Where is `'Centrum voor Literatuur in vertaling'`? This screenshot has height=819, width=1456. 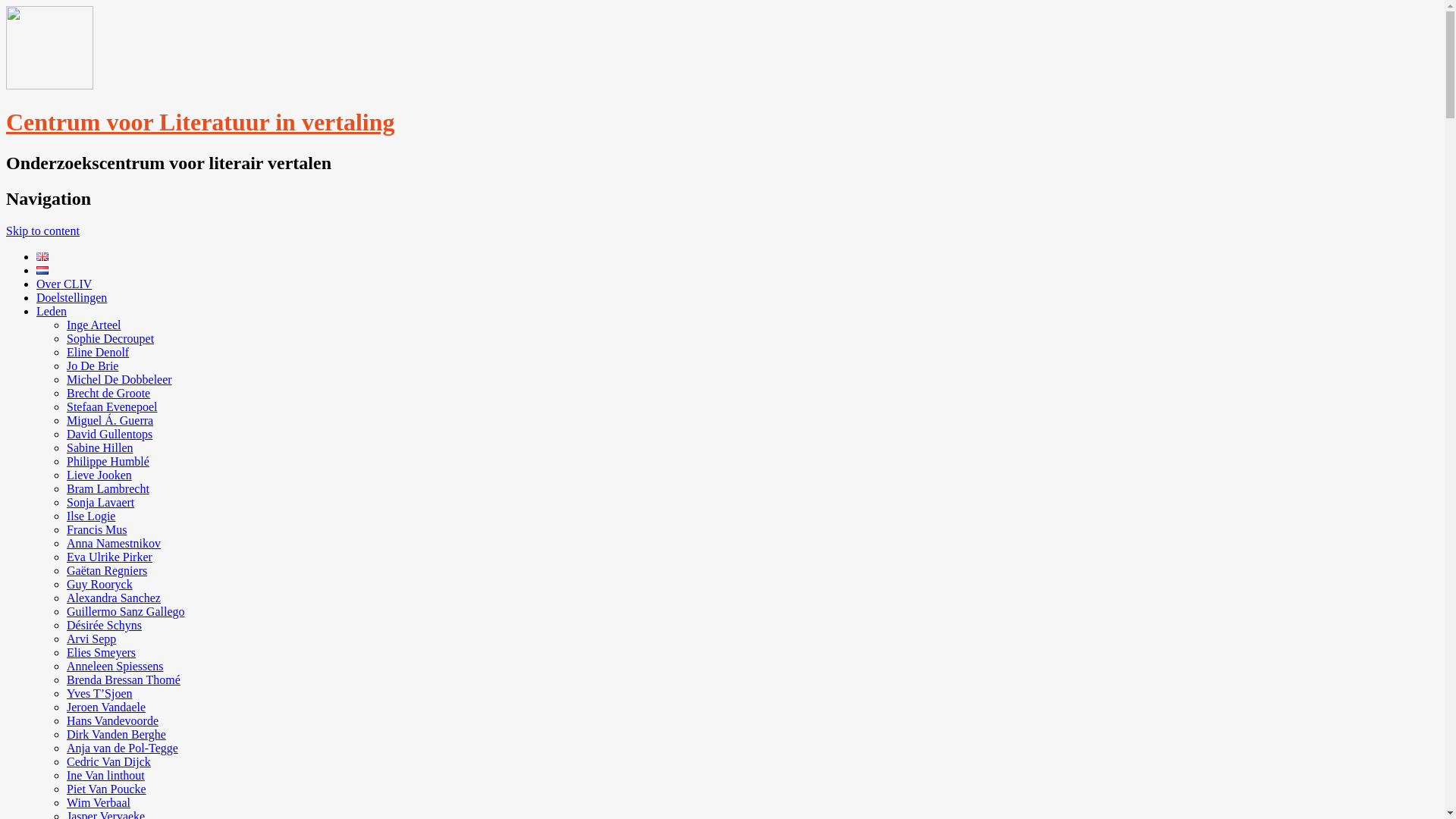
'Centrum voor Literatuur in vertaling' is located at coordinates (199, 121).